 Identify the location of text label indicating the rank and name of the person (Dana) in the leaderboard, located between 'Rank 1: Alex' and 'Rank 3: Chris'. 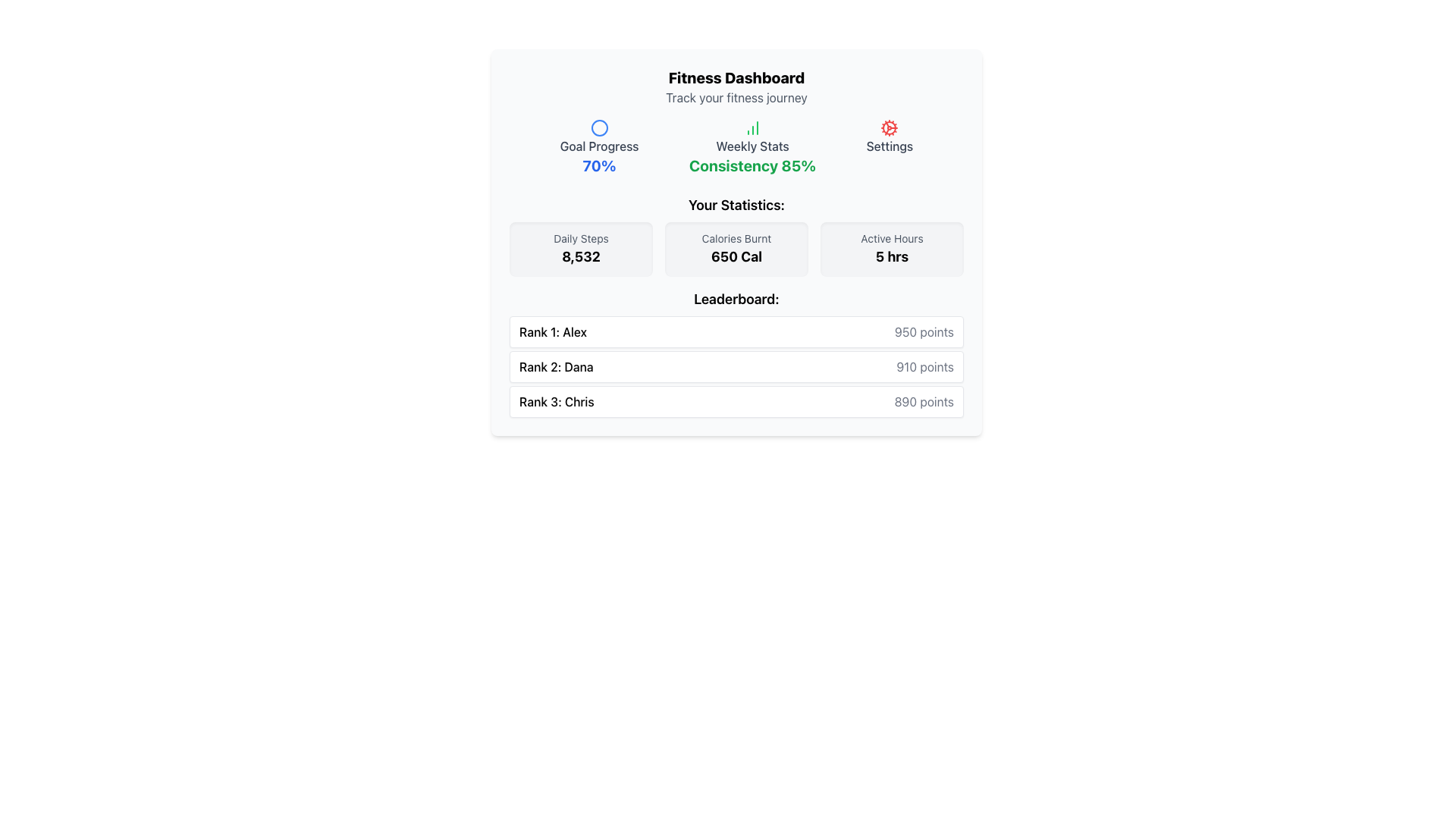
(555, 366).